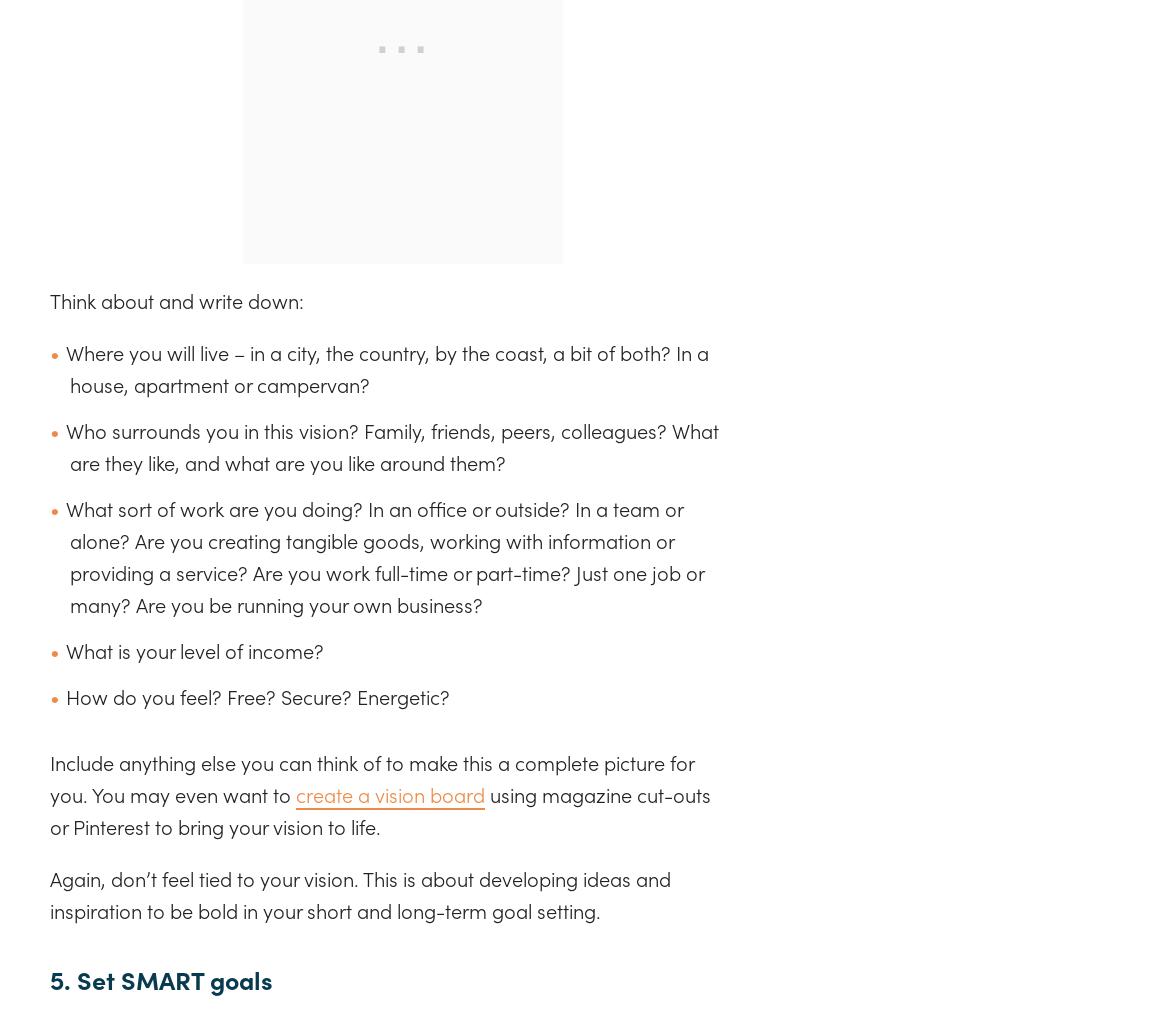  Describe the element at coordinates (65, 556) in the screenshot. I see `'What sort of work are you doing? In an office or outside? In a team or alone? Are you creating tangible goods, working with information or providing a service? Are you work full-time or part-time? Just one job or many? Are you be running your own business?'` at that location.